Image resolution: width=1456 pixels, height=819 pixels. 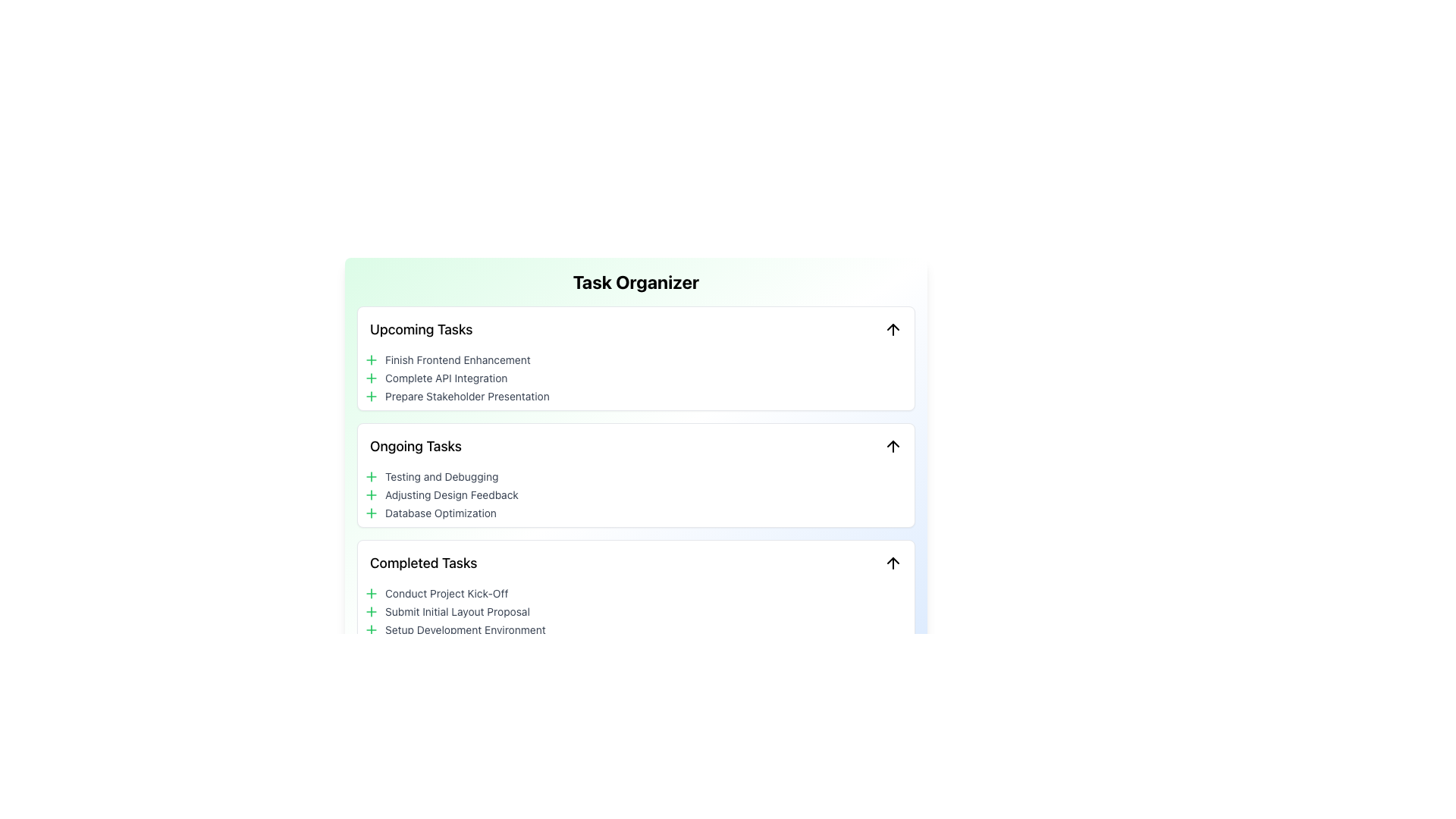 What do you see at coordinates (446, 593) in the screenshot?
I see `the text label that reads 'Conduct Project Kick-Off', which is styled in small gray font and is the first item under the 'Completed Tasks' section` at bounding box center [446, 593].